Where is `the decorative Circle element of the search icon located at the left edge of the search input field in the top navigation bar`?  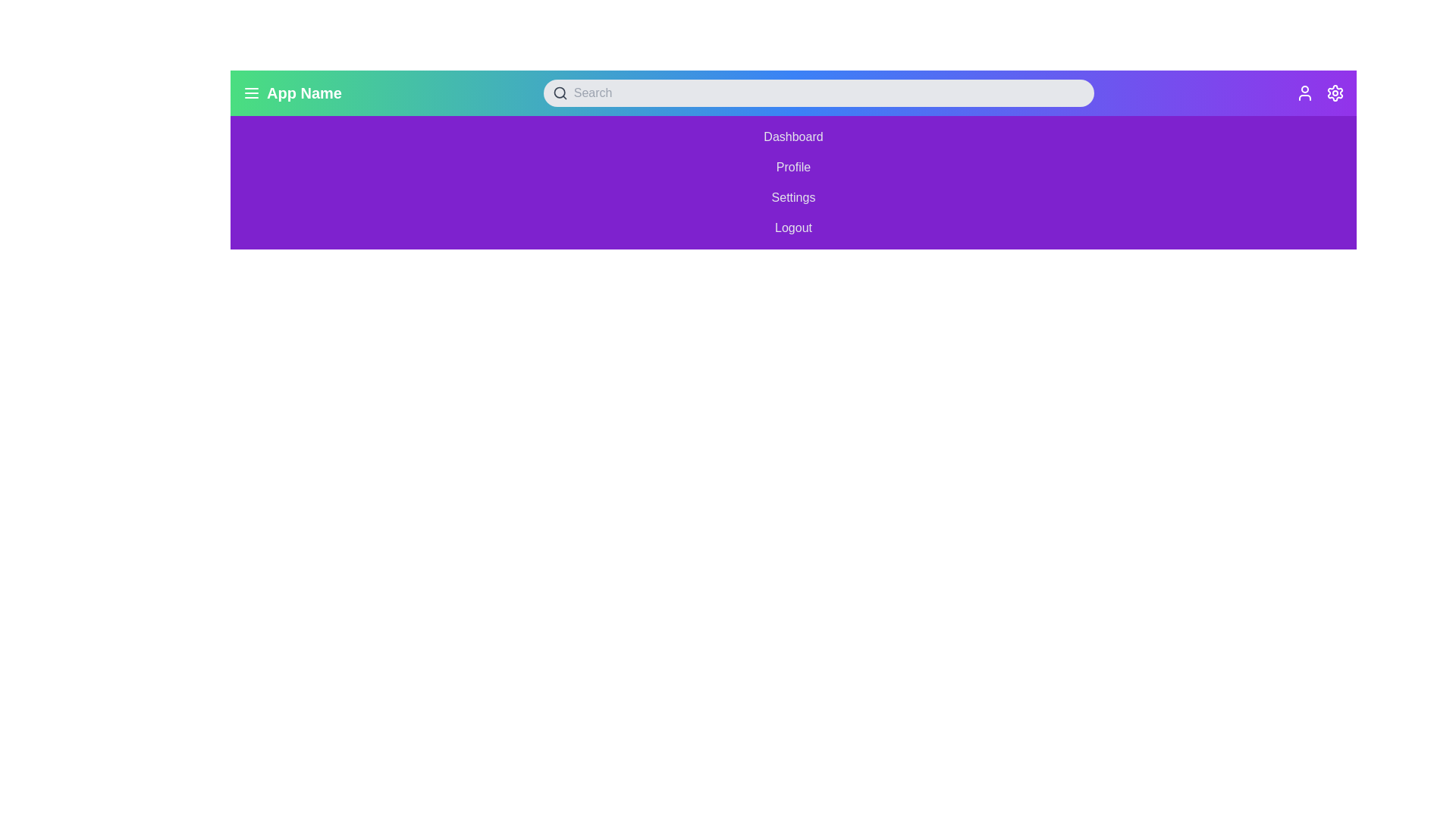
the decorative Circle element of the search icon located at the left edge of the search input field in the top navigation bar is located at coordinates (558, 93).